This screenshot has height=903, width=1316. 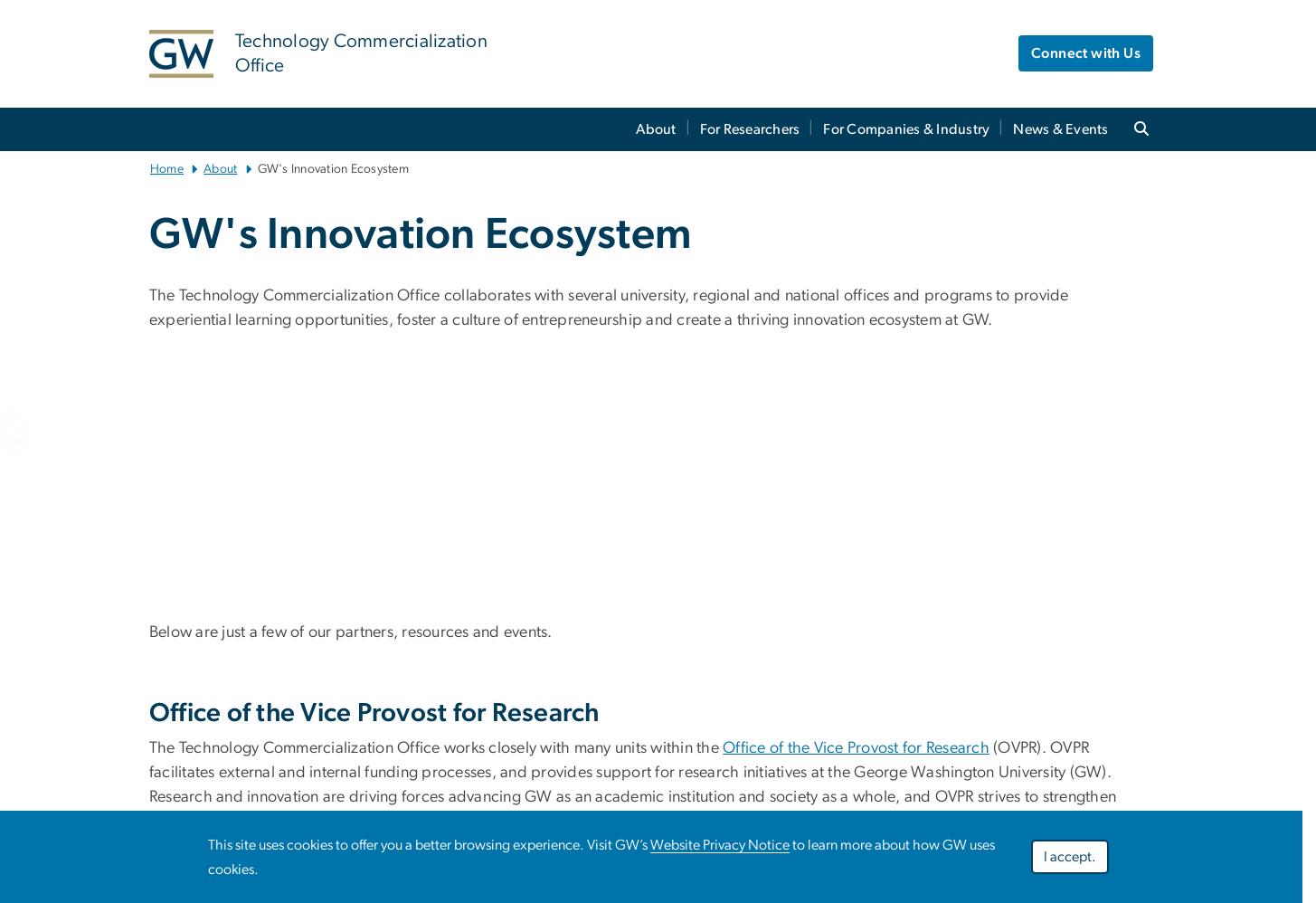 I want to click on 'The Technology Commercialization Office works closely with many units within the', so click(x=436, y=748).